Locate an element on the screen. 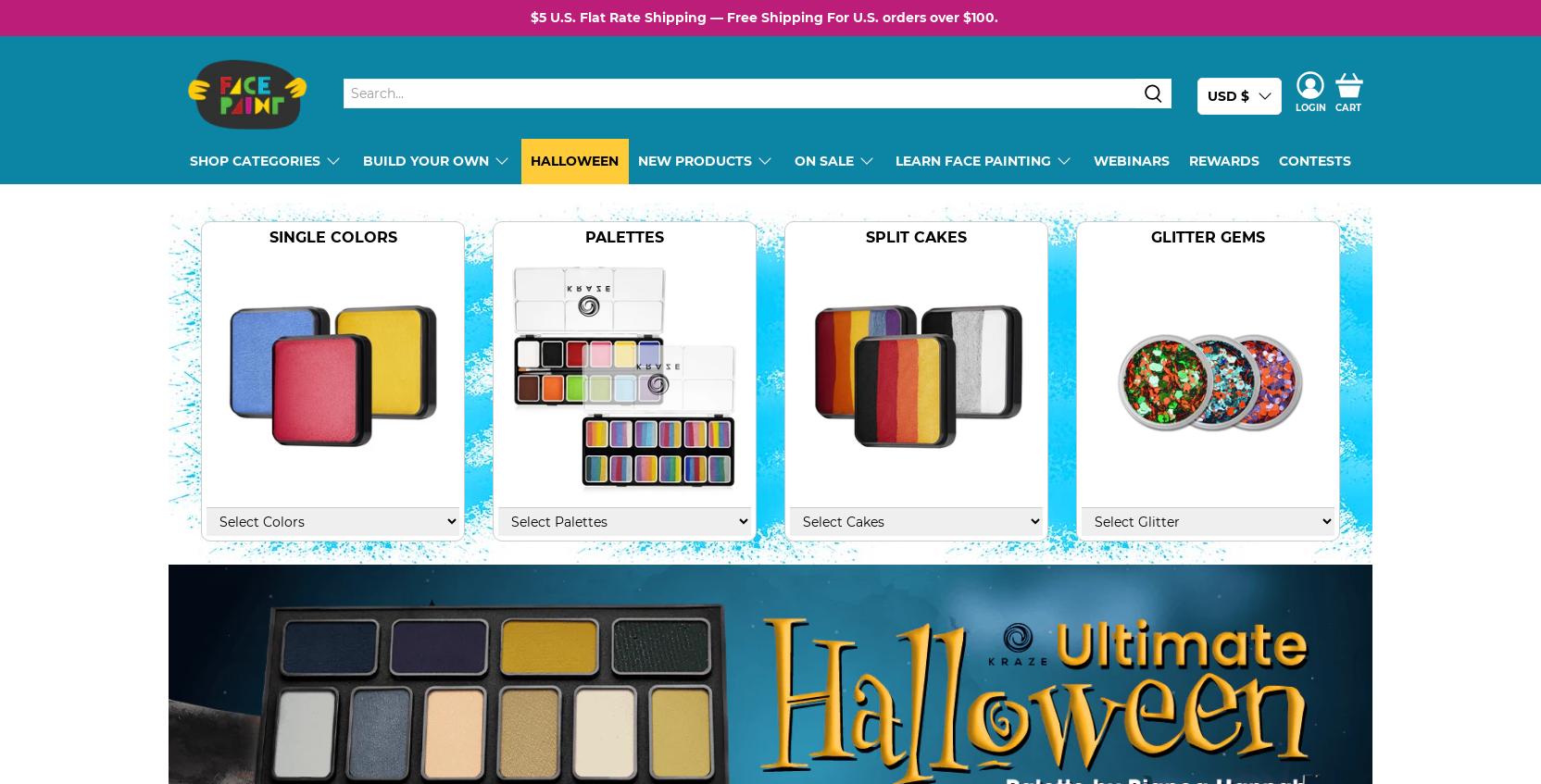 This screenshot has height=784, width=1541. 'Halloween' is located at coordinates (573, 159).